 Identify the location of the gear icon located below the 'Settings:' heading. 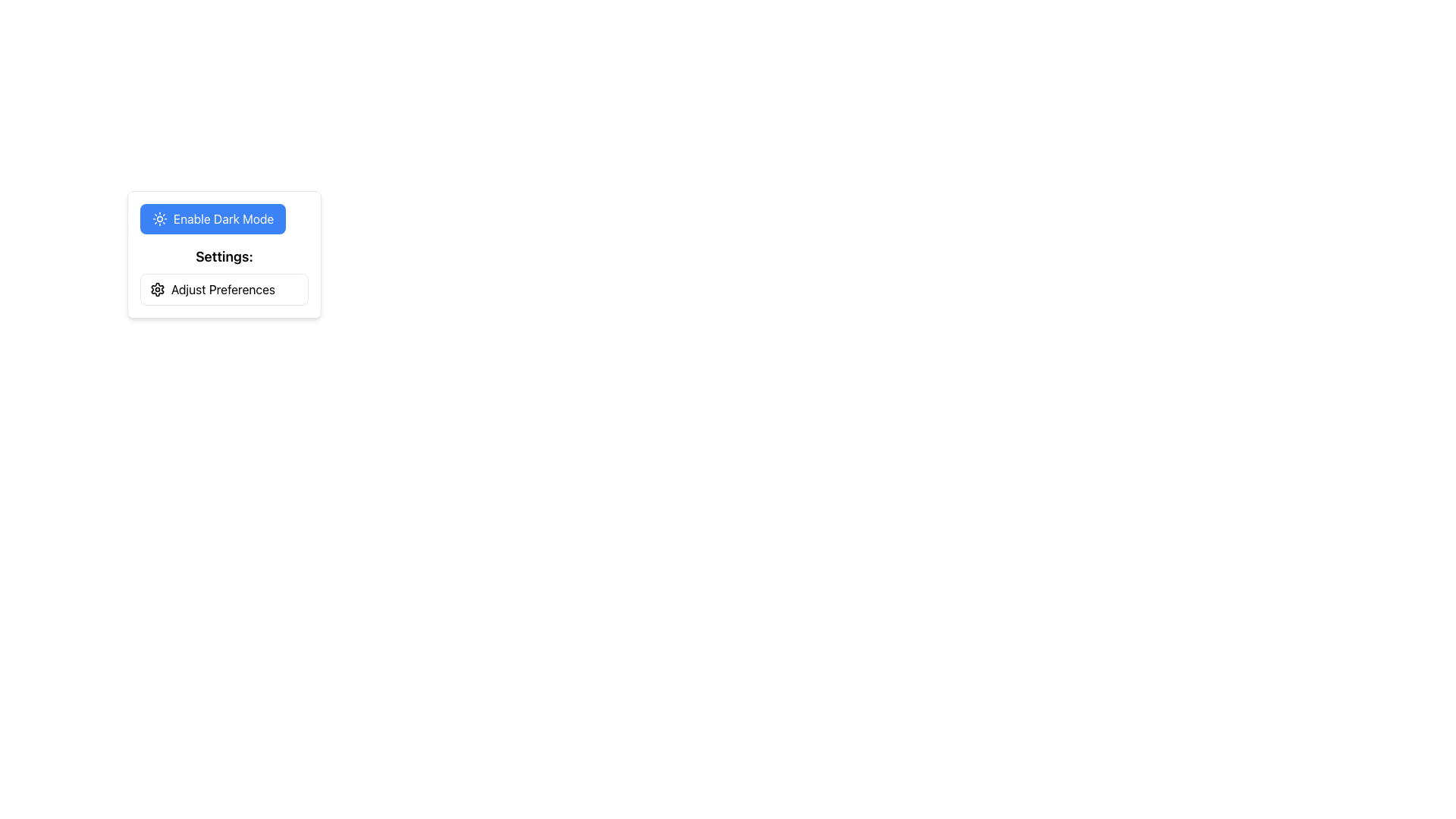
(157, 289).